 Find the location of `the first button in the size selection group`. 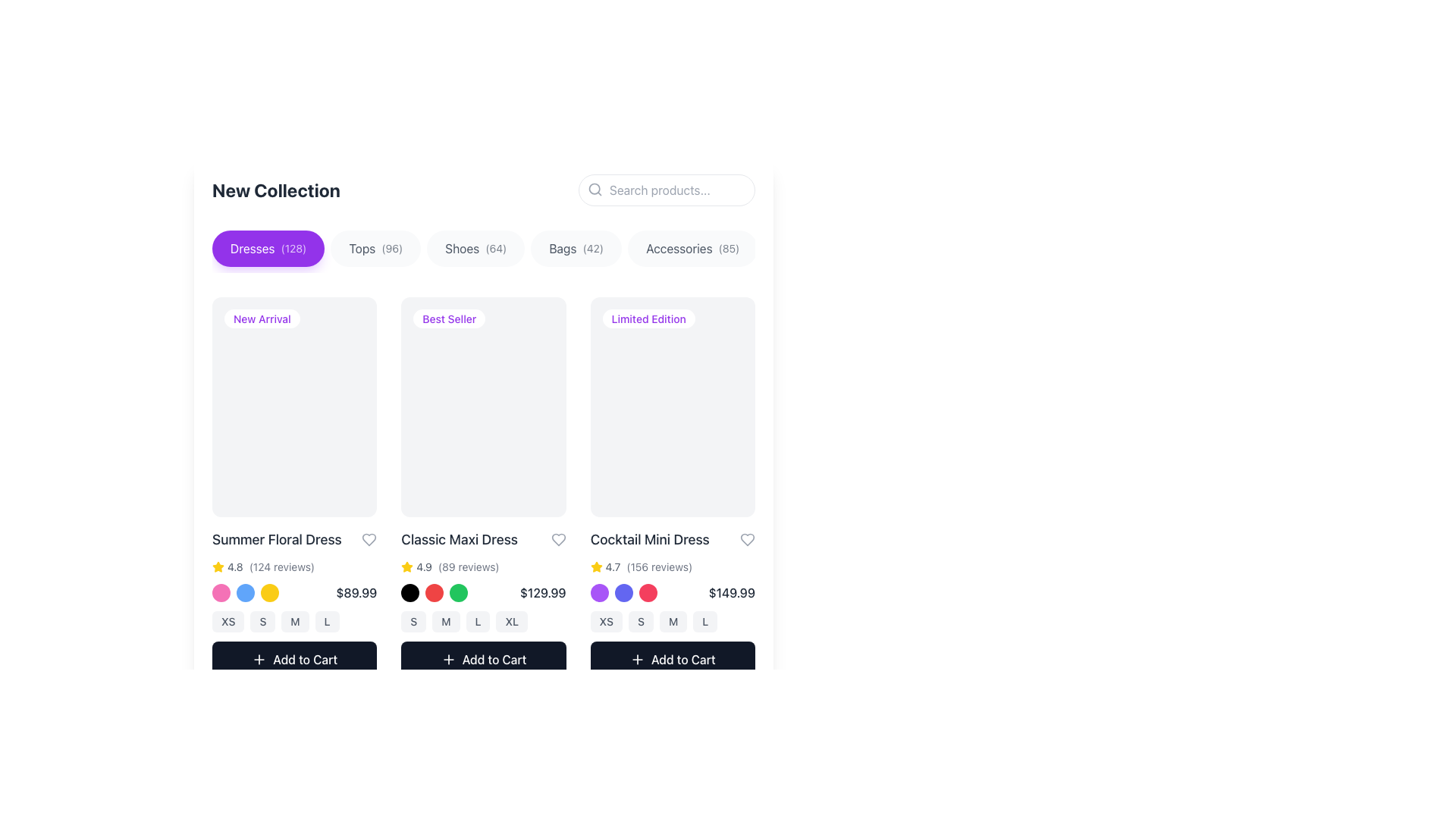

the first button in the size selection group is located at coordinates (605, 621).